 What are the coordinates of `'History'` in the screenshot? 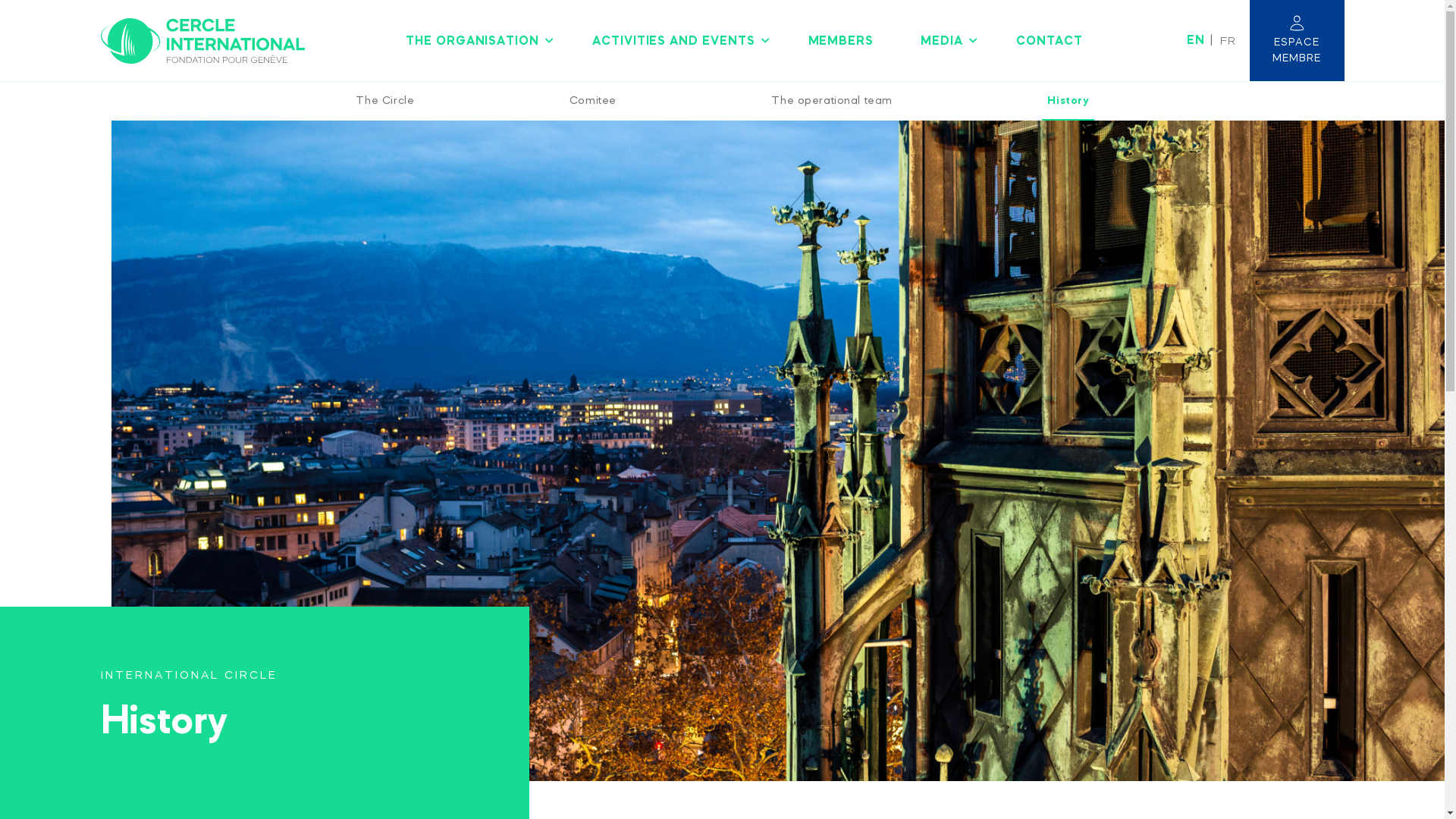 It's located at (1066, 101).